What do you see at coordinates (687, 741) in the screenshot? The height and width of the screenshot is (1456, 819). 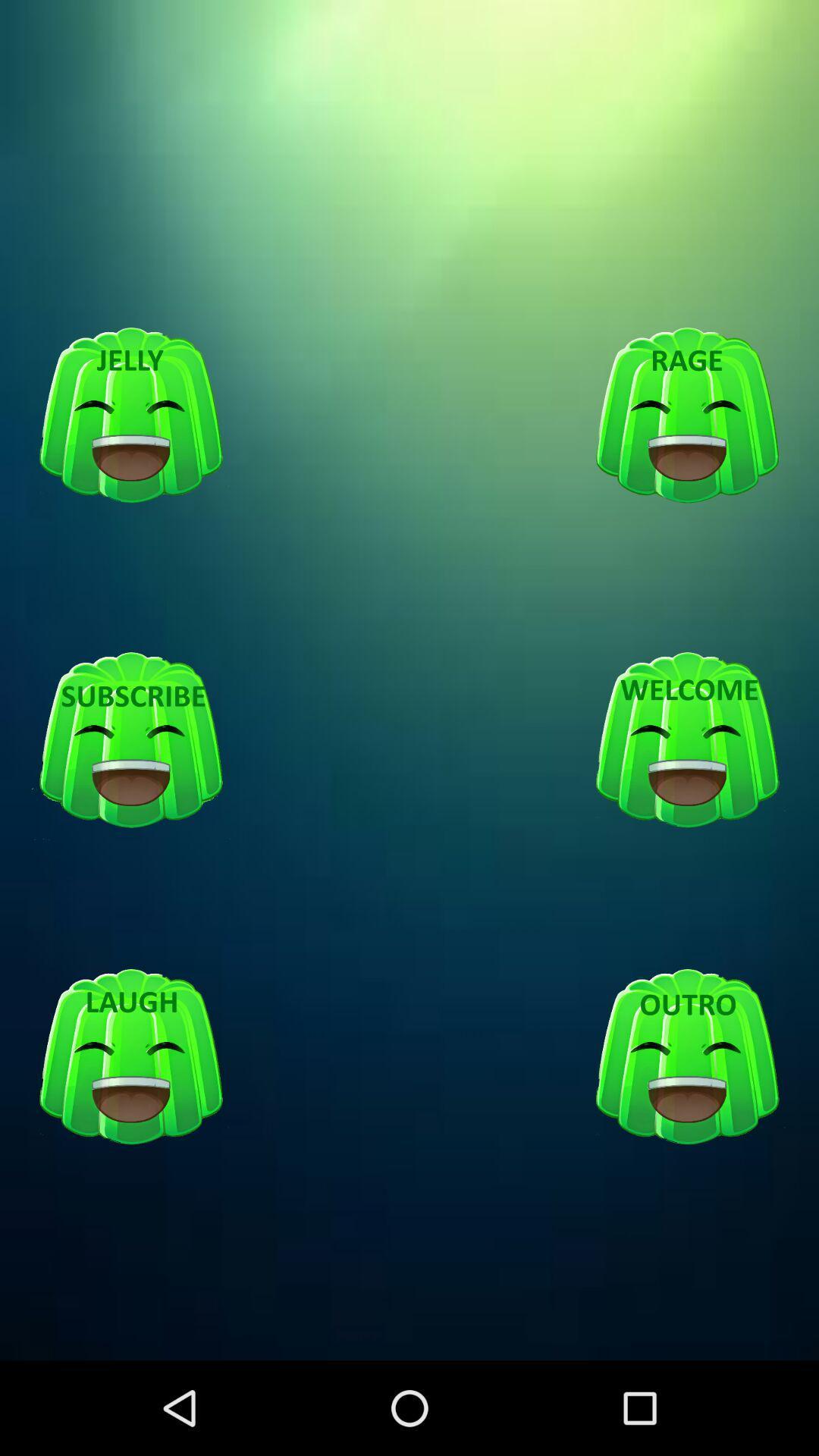 I see `welcome icon` at bounding box center [687, 741].